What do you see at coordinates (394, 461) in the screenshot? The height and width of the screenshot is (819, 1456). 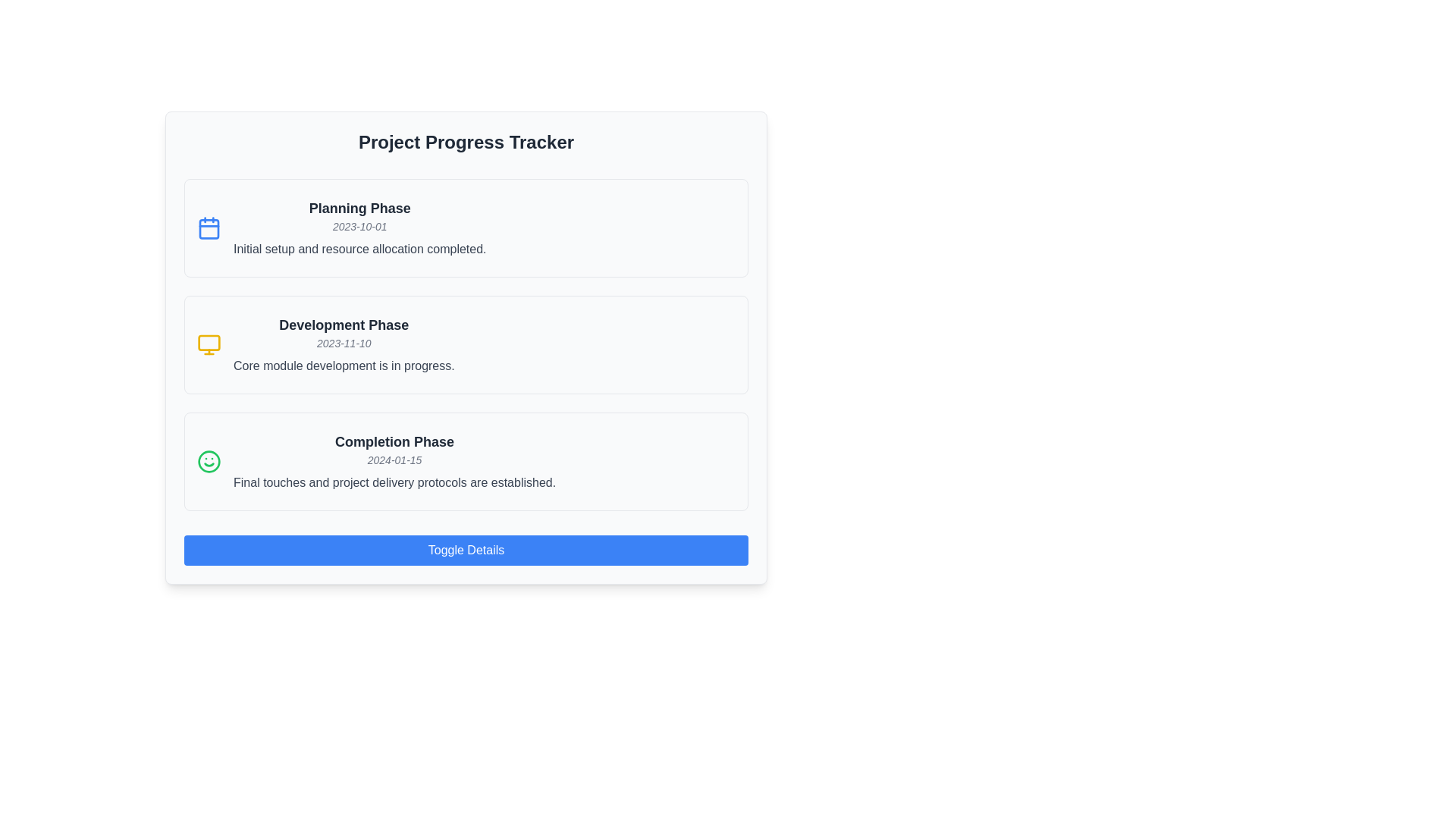 I see `the text block displaying 'Completion Phase' with the date '2024-01-15' and description 'Final touches and project delivery protocols are established.' located at the bottom of the vertical progression tracker` at bounding box center [394, 461].